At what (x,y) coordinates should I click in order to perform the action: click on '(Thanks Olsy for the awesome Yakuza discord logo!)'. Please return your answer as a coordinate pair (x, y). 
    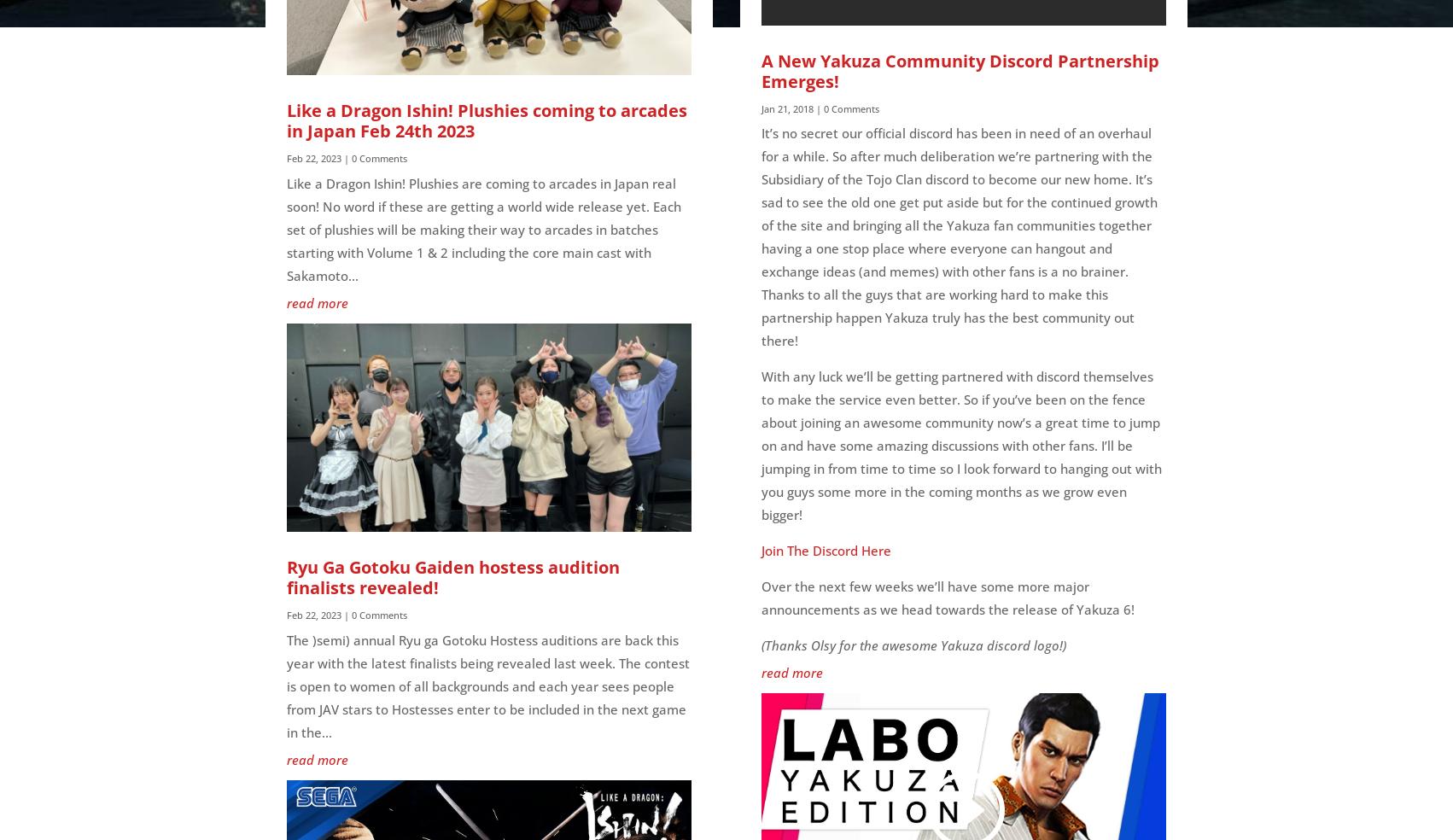
    Looking at the image, I should click on (762, 645).